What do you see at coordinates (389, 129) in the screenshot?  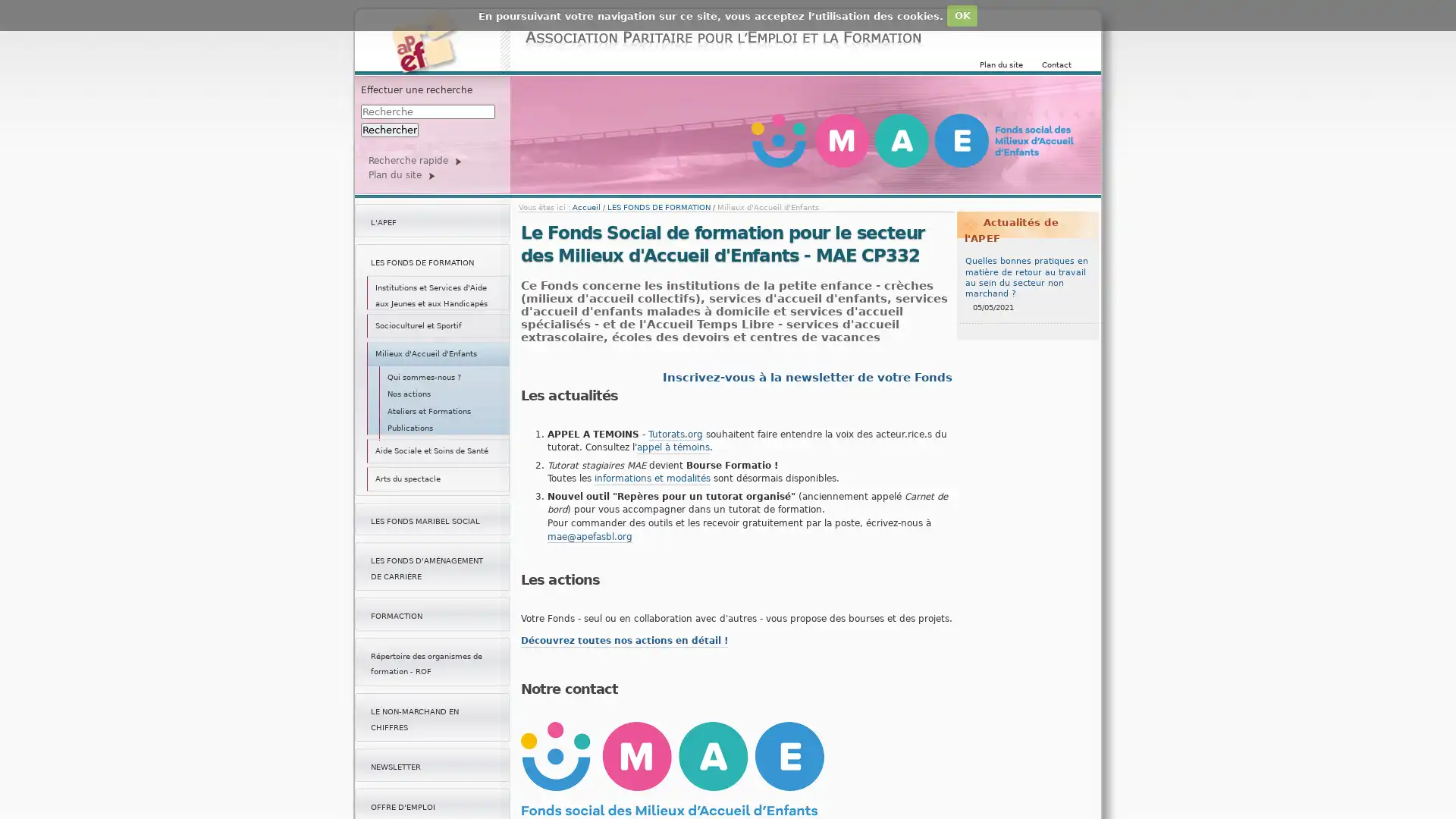 I see `Rechercher` at bounding box center [389, 129].